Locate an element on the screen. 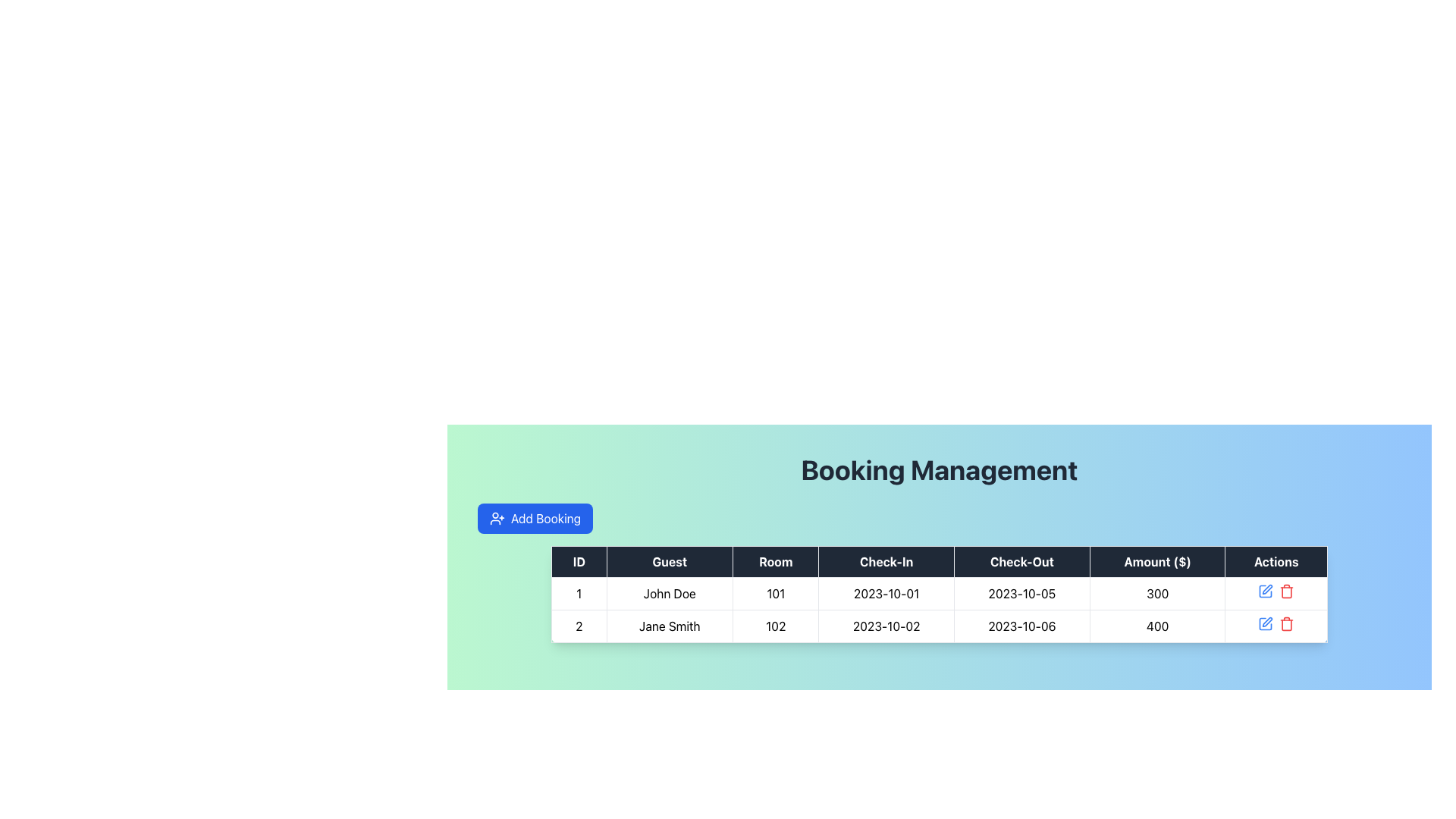 The width and height of the screenshot is (1456, 819). the blue square icon button with a pen illustration located in the 'Actions' column of the 'Booking Management' section, corresponding to the entry for the guest 'Jane Smith' is located at coordinates (1266, 623).